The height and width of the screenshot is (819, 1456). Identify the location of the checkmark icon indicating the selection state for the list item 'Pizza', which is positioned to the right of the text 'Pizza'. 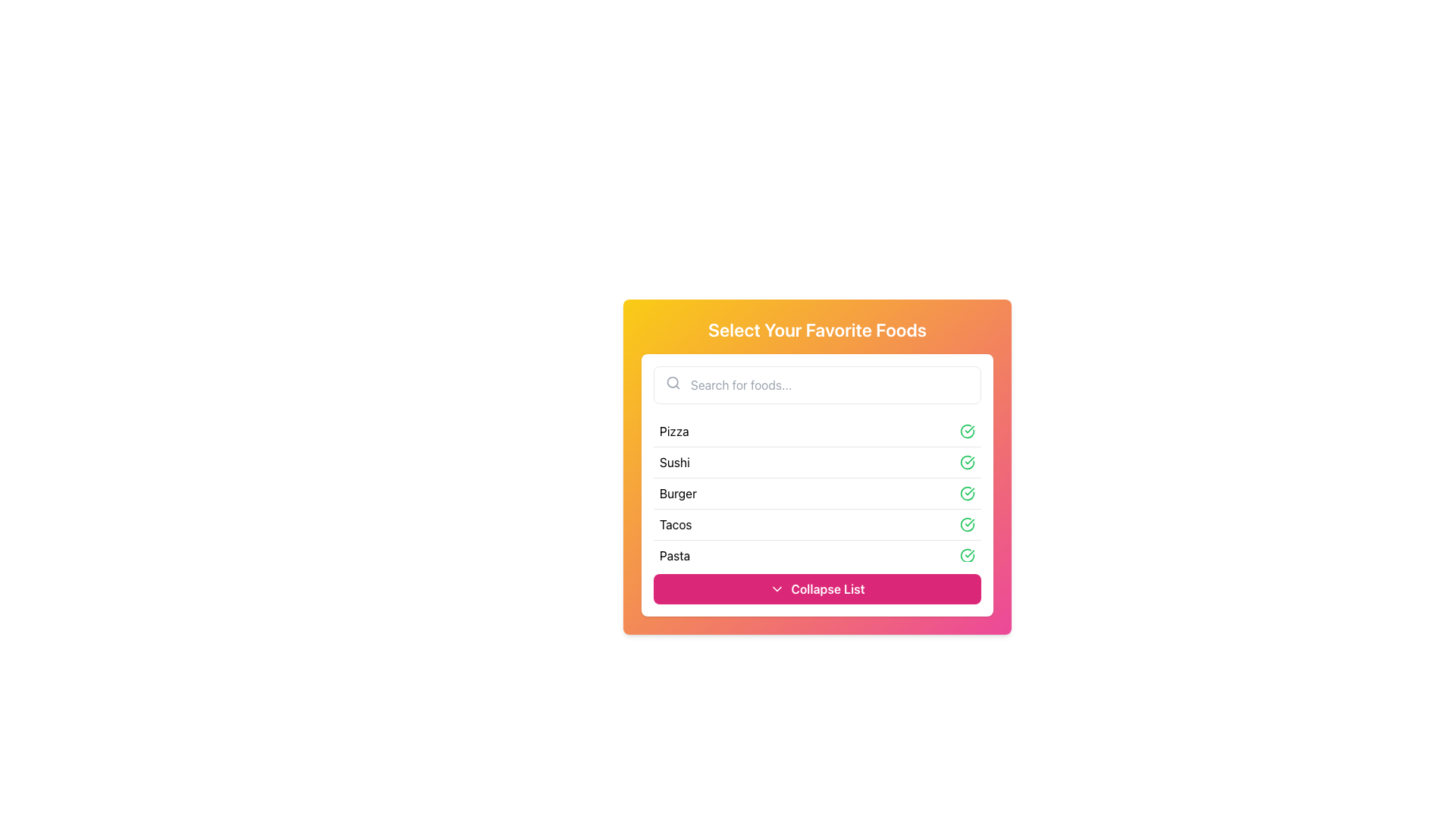
(967, 431).